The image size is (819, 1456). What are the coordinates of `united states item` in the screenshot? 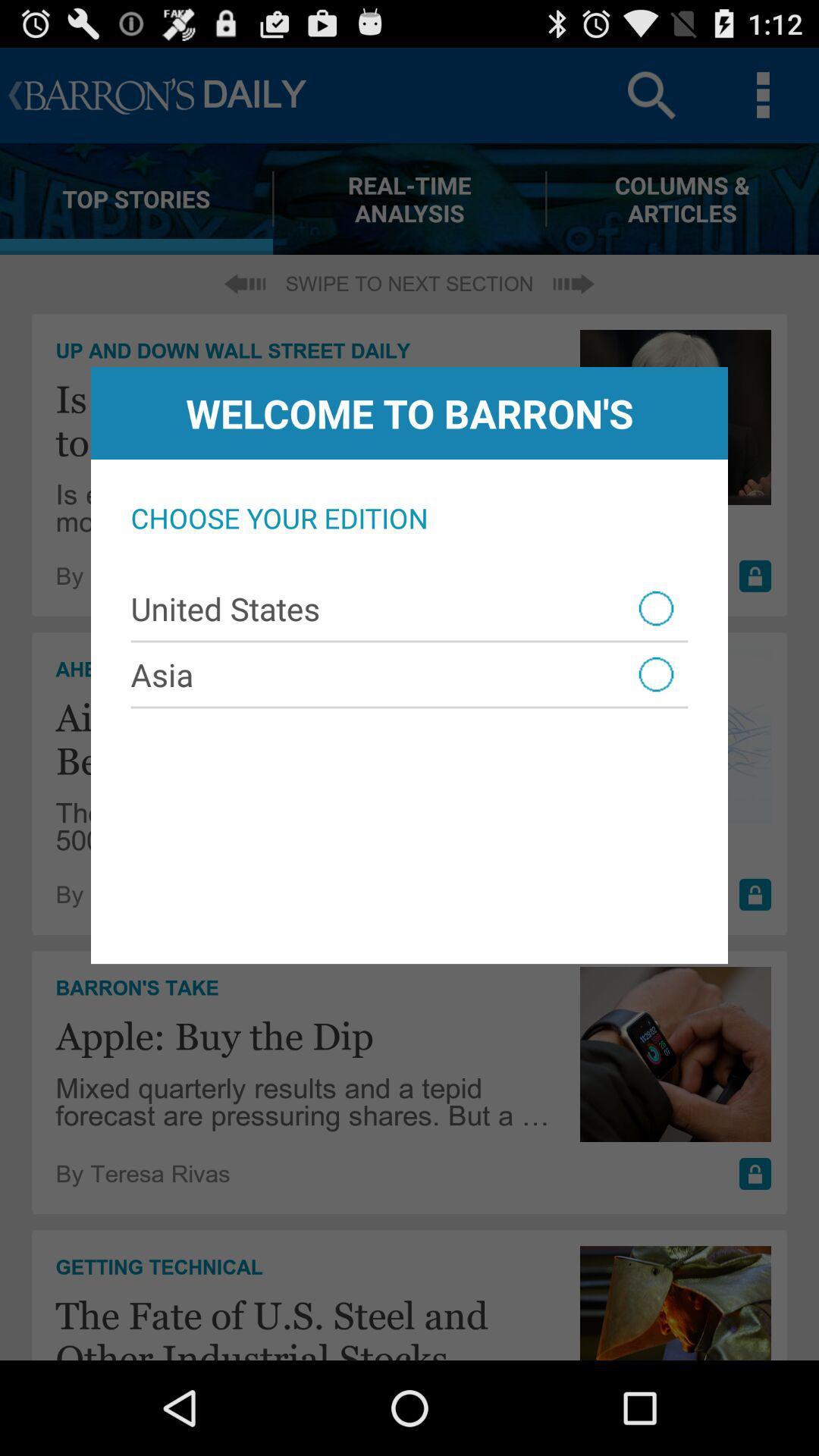 It's located at (409, 608).